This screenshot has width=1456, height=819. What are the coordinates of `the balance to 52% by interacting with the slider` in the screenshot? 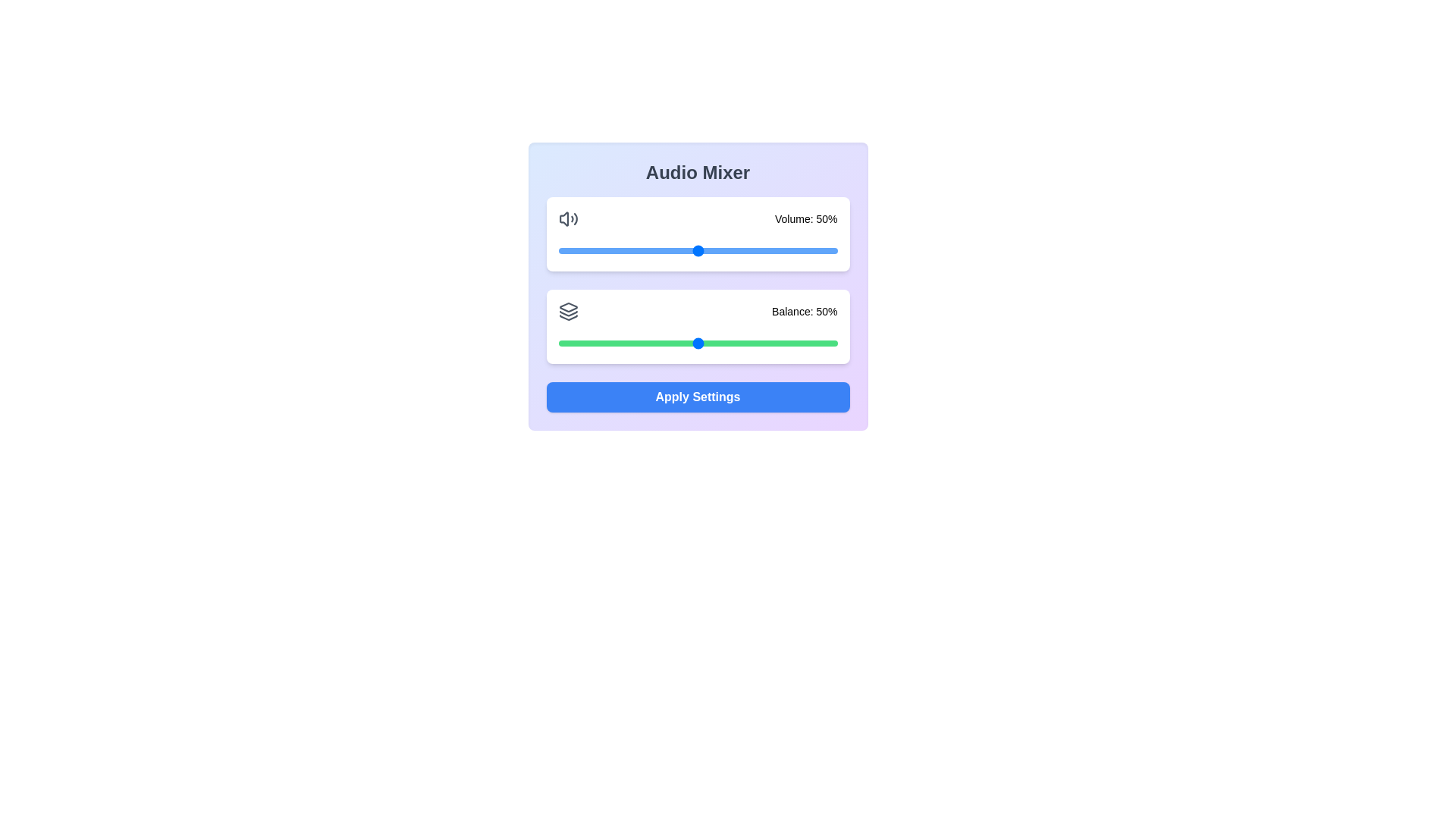 It's located at (702, 343).